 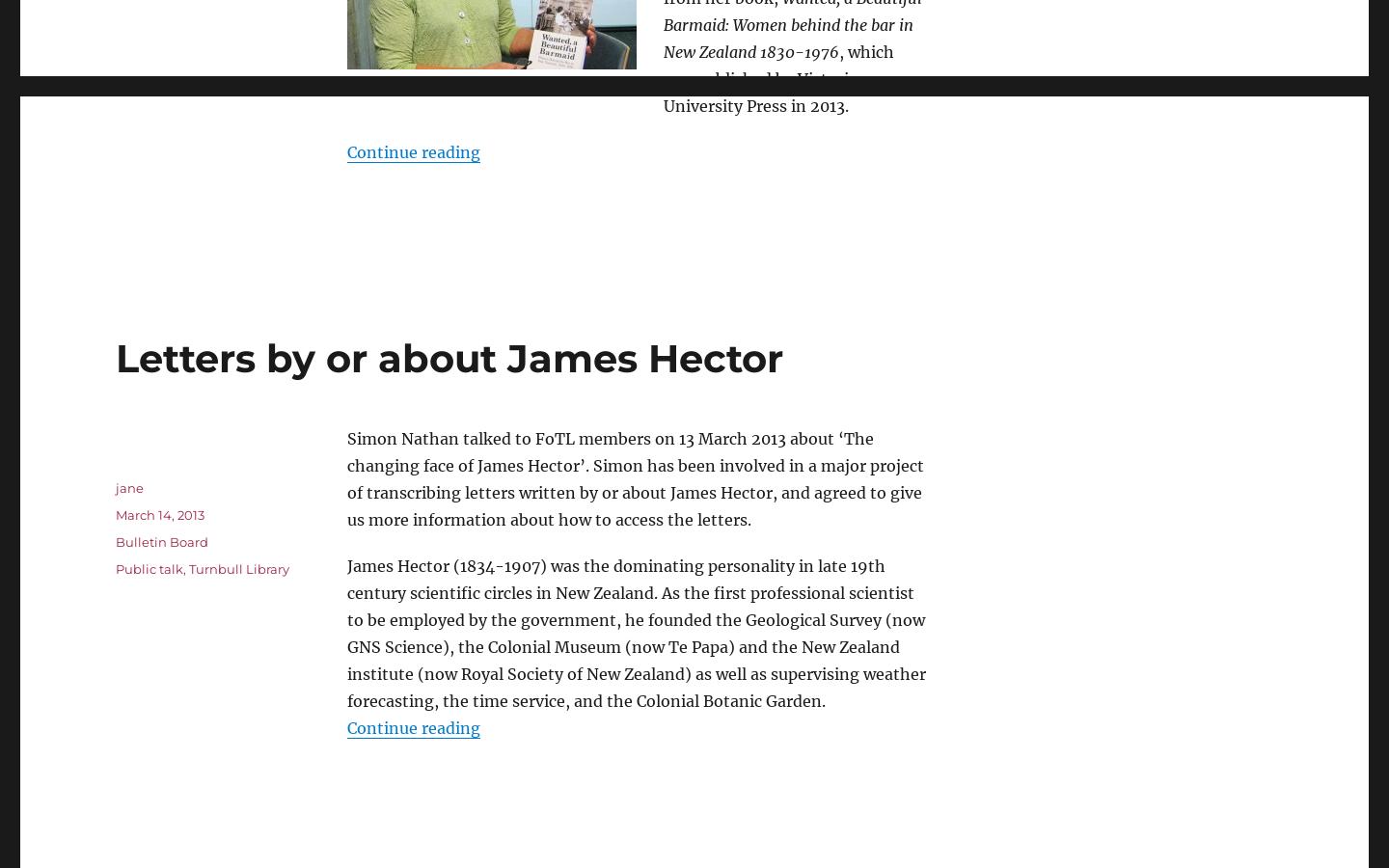 What do you see at coordinates (778, 77) in the screenshot?
I see `', which was published by Victoria University Press in 2013.'` at bounding box center [778, 77].